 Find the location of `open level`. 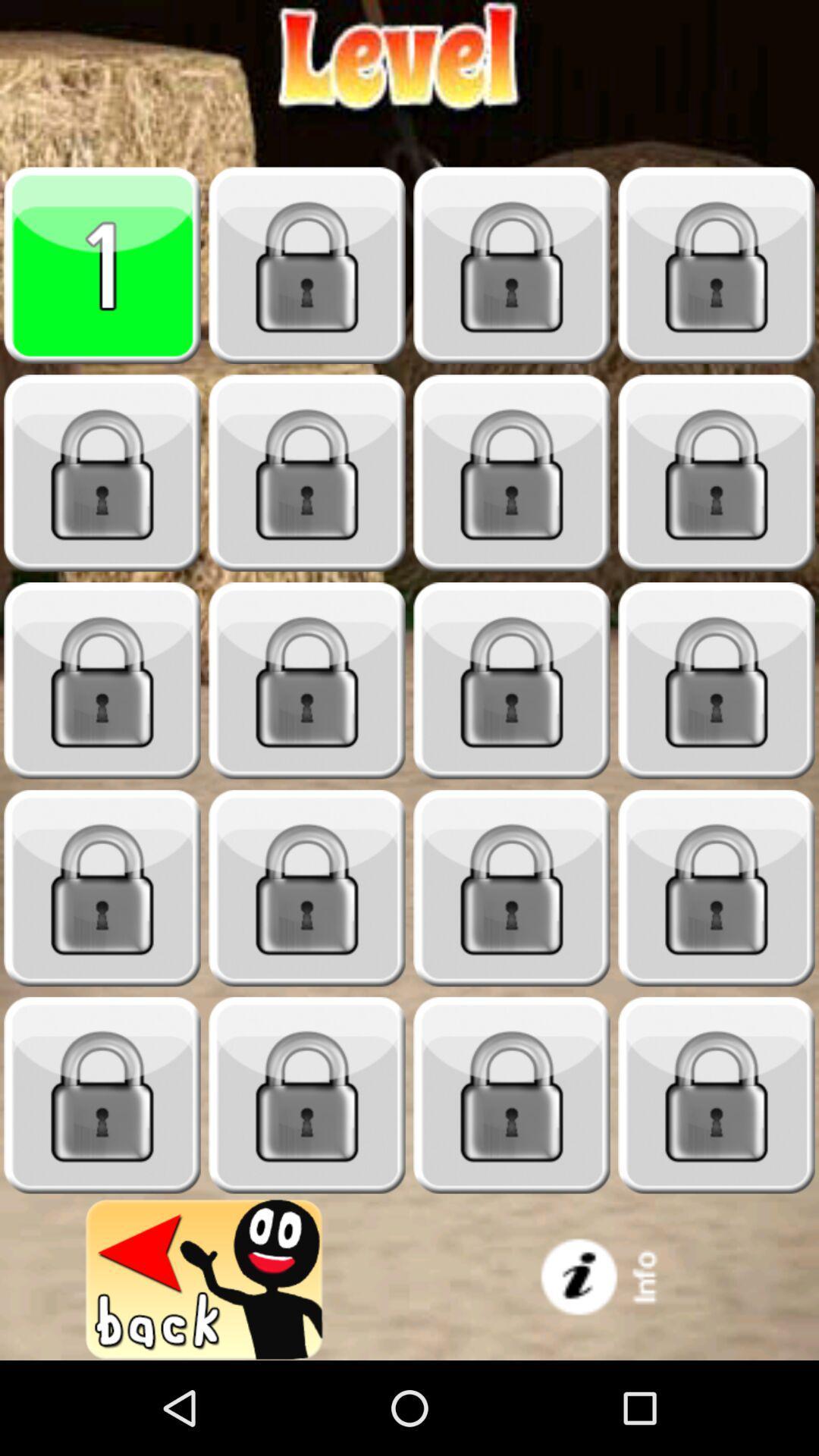

open level is located at coordinates (717, 1095).